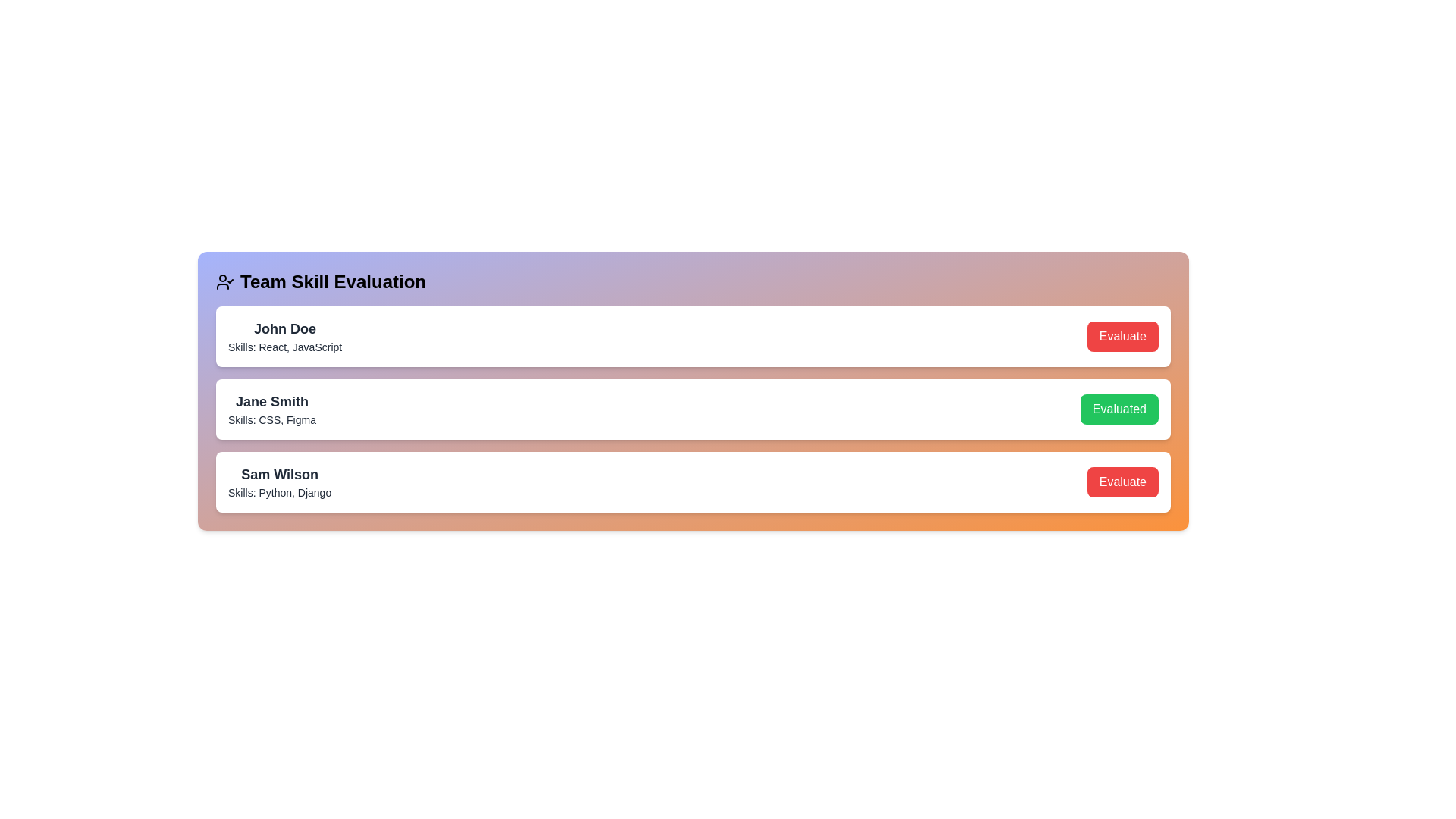 The image size is (1456, 819). Describe the element at coordinates (1122, 482) in the screenshot. I see `the 'Evaluate' button, which has a red background and white text, located in the bottom-right corner of the 'Sam Wilson' row in the 'Team Skill Evaluation' list` at that location.